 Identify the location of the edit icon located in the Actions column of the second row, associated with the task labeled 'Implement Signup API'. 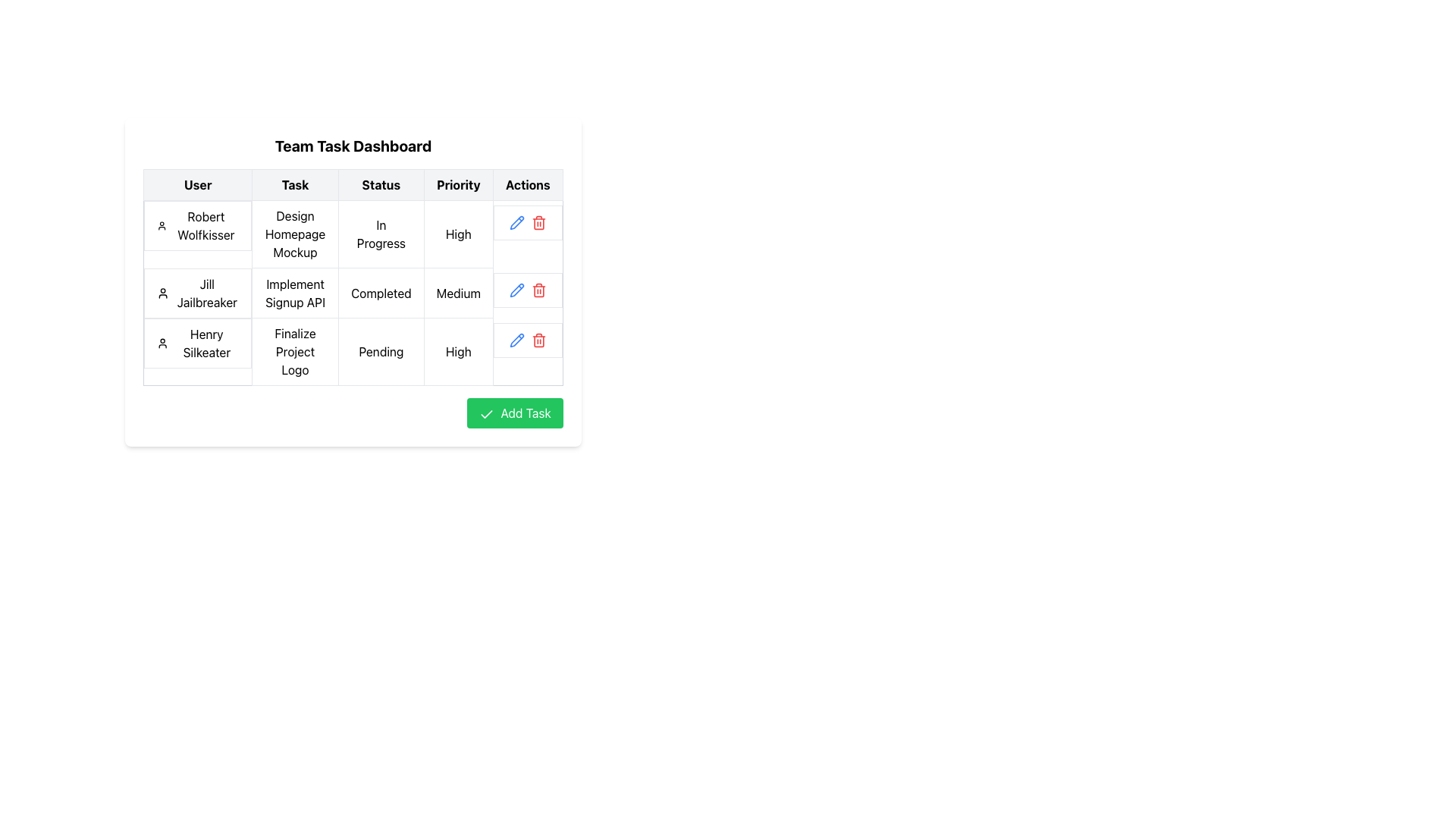
(517, 222).